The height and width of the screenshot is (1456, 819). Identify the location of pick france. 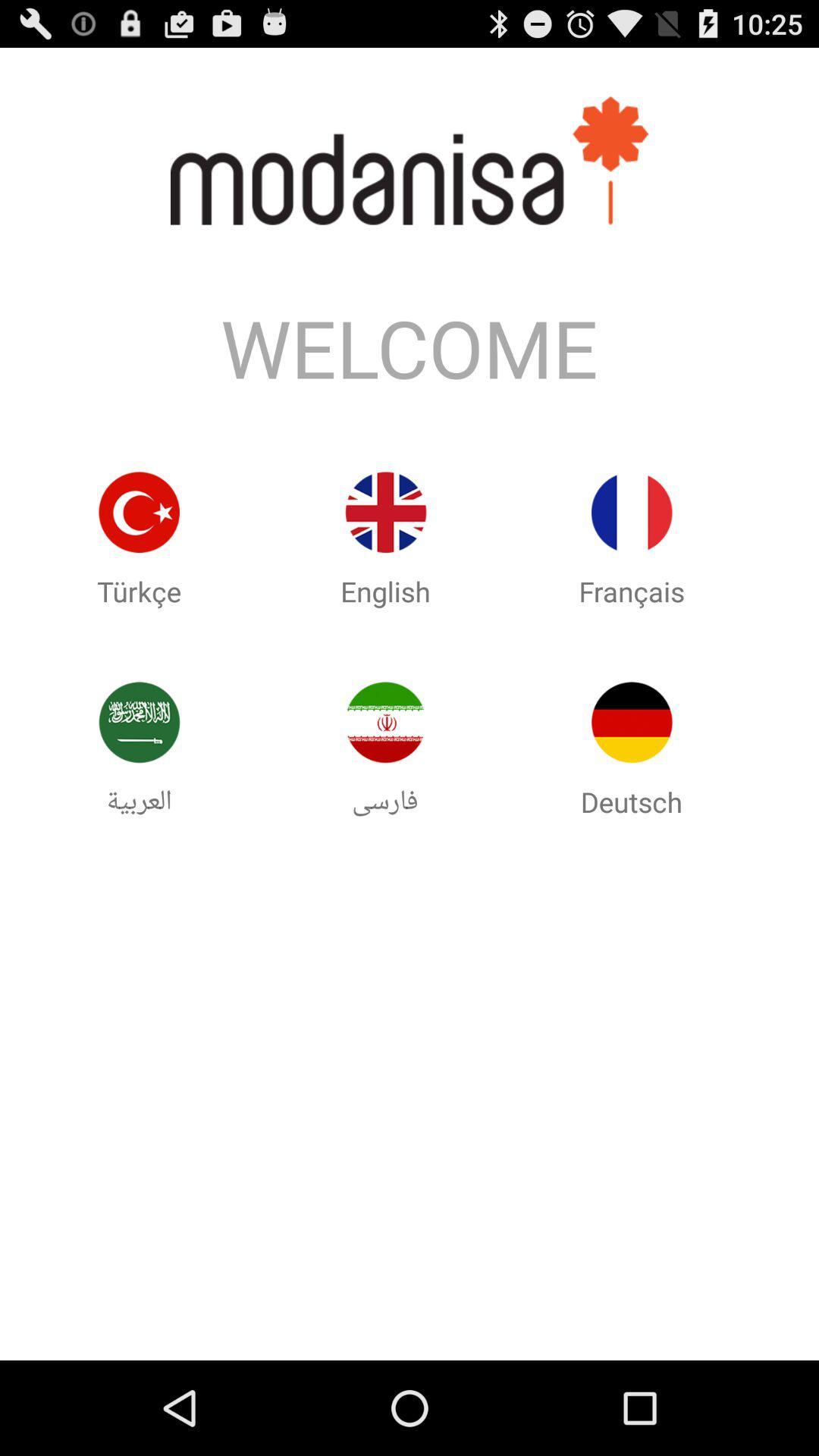
(632, 512).